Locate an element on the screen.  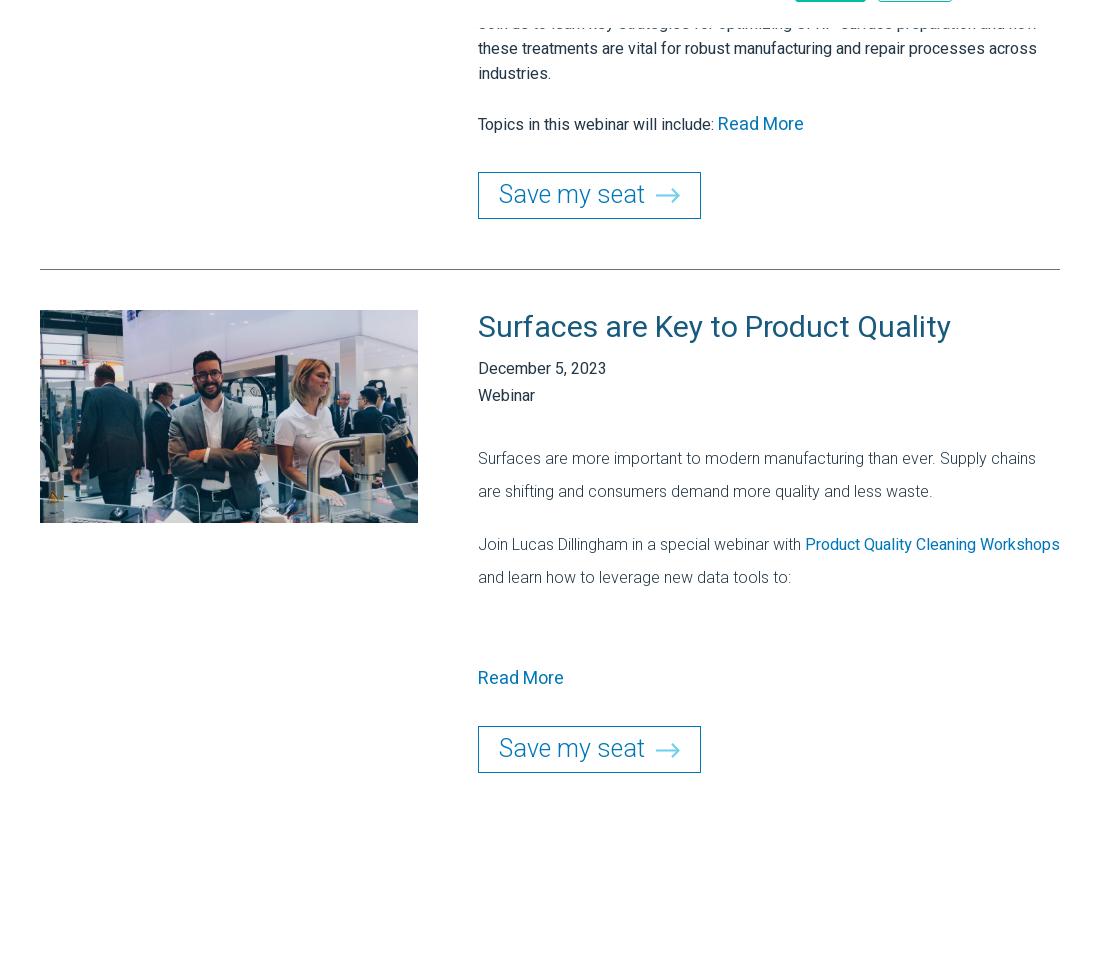
'Surfaces are Key to Product Quality' is located at coordinates (713, 326).